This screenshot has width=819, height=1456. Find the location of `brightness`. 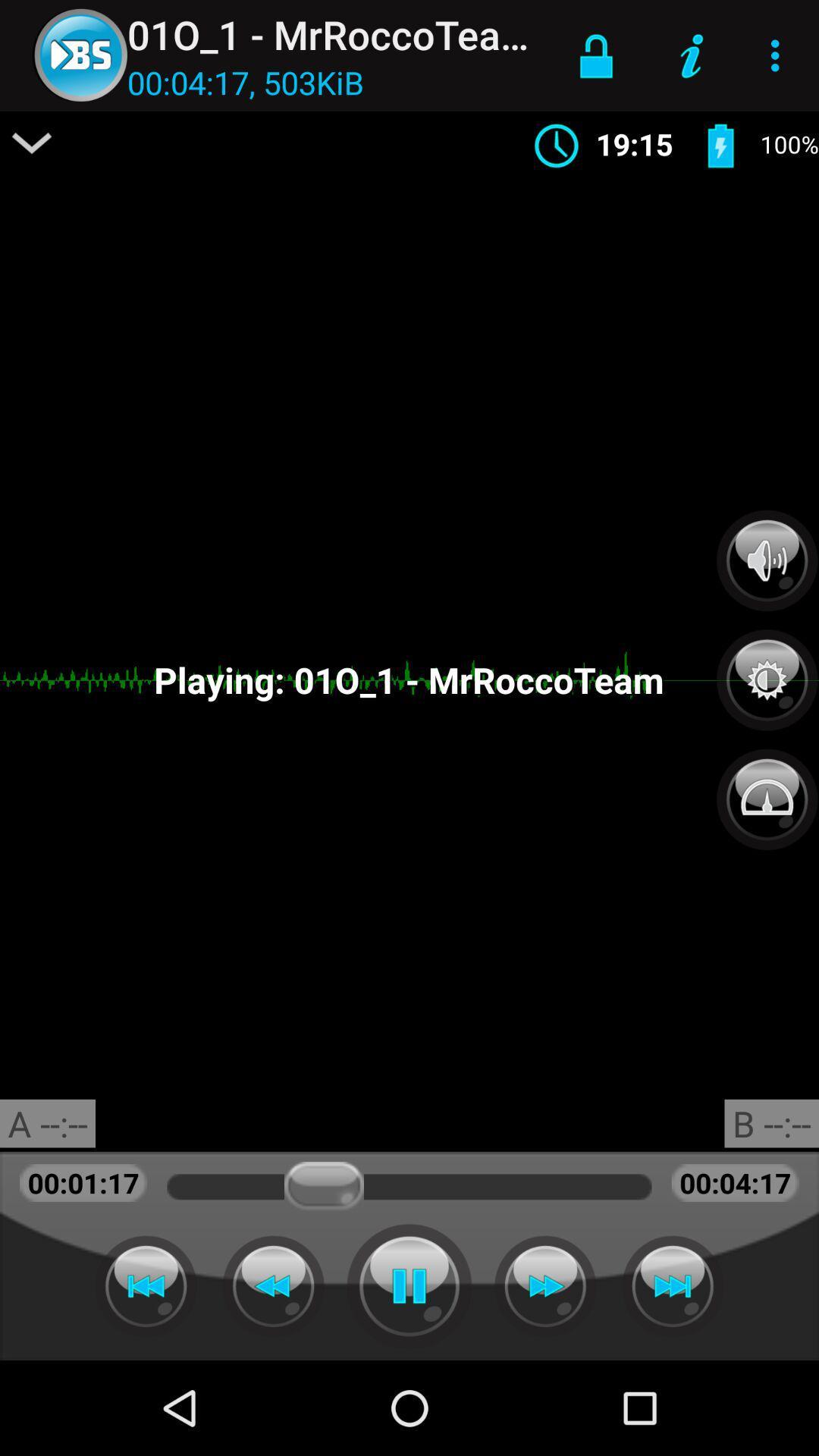

brightness is located at coordinates (767, 671).